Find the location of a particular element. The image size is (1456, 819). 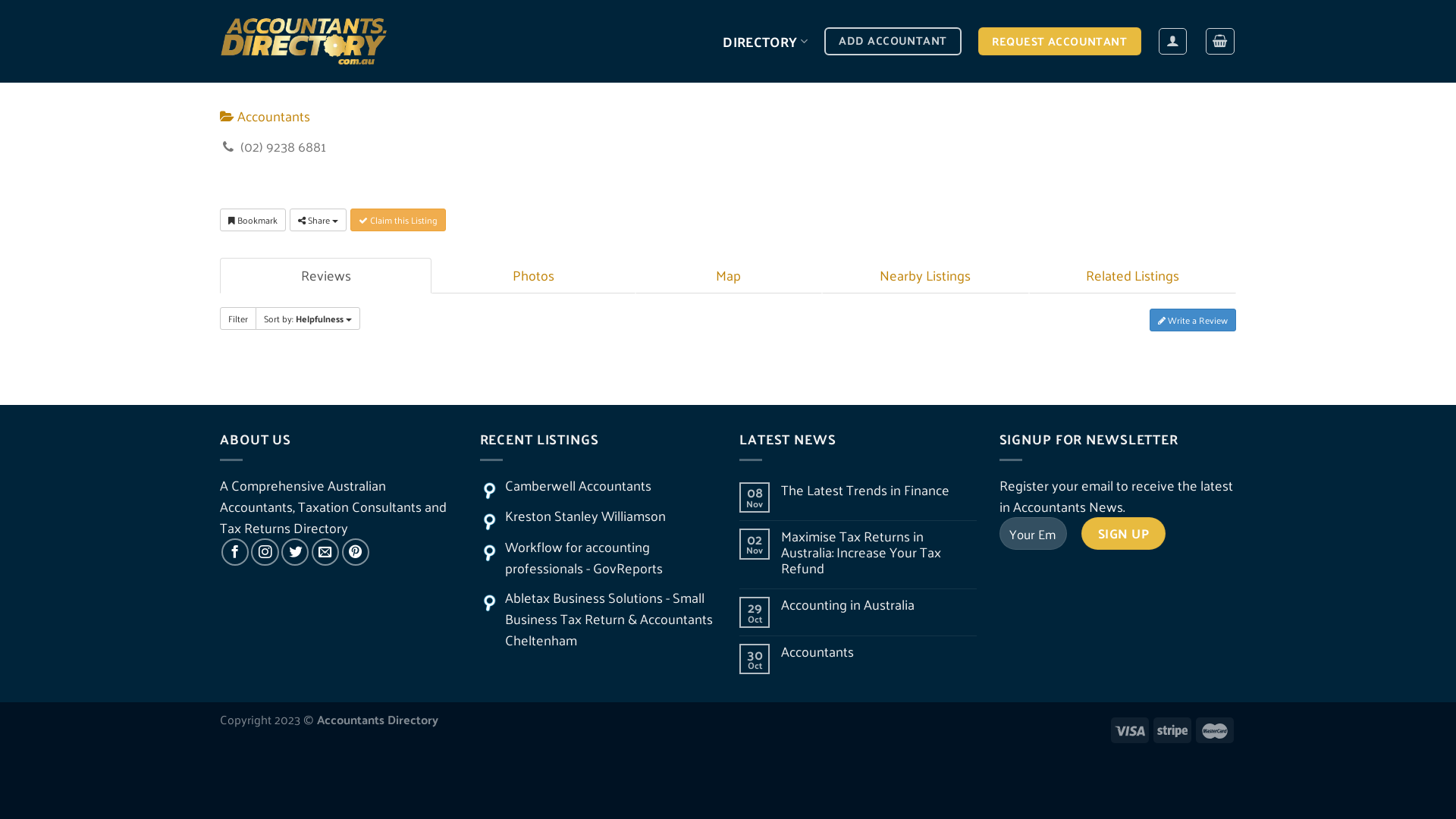

'Follow on Twitter' is located at coordinates (281, 552).